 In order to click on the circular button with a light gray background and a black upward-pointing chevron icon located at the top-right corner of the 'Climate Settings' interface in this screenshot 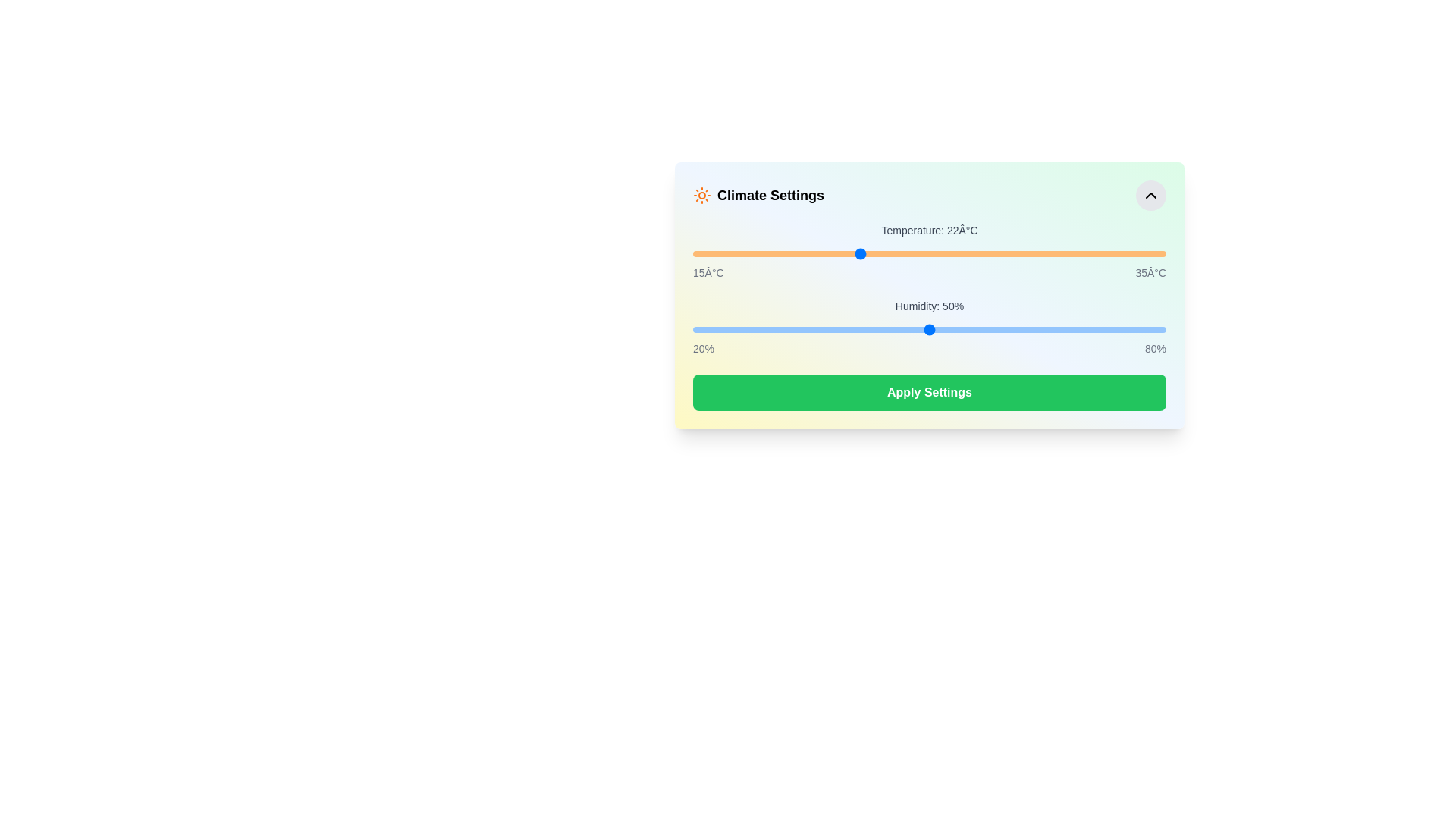, I will do `click(1150, 195)`.